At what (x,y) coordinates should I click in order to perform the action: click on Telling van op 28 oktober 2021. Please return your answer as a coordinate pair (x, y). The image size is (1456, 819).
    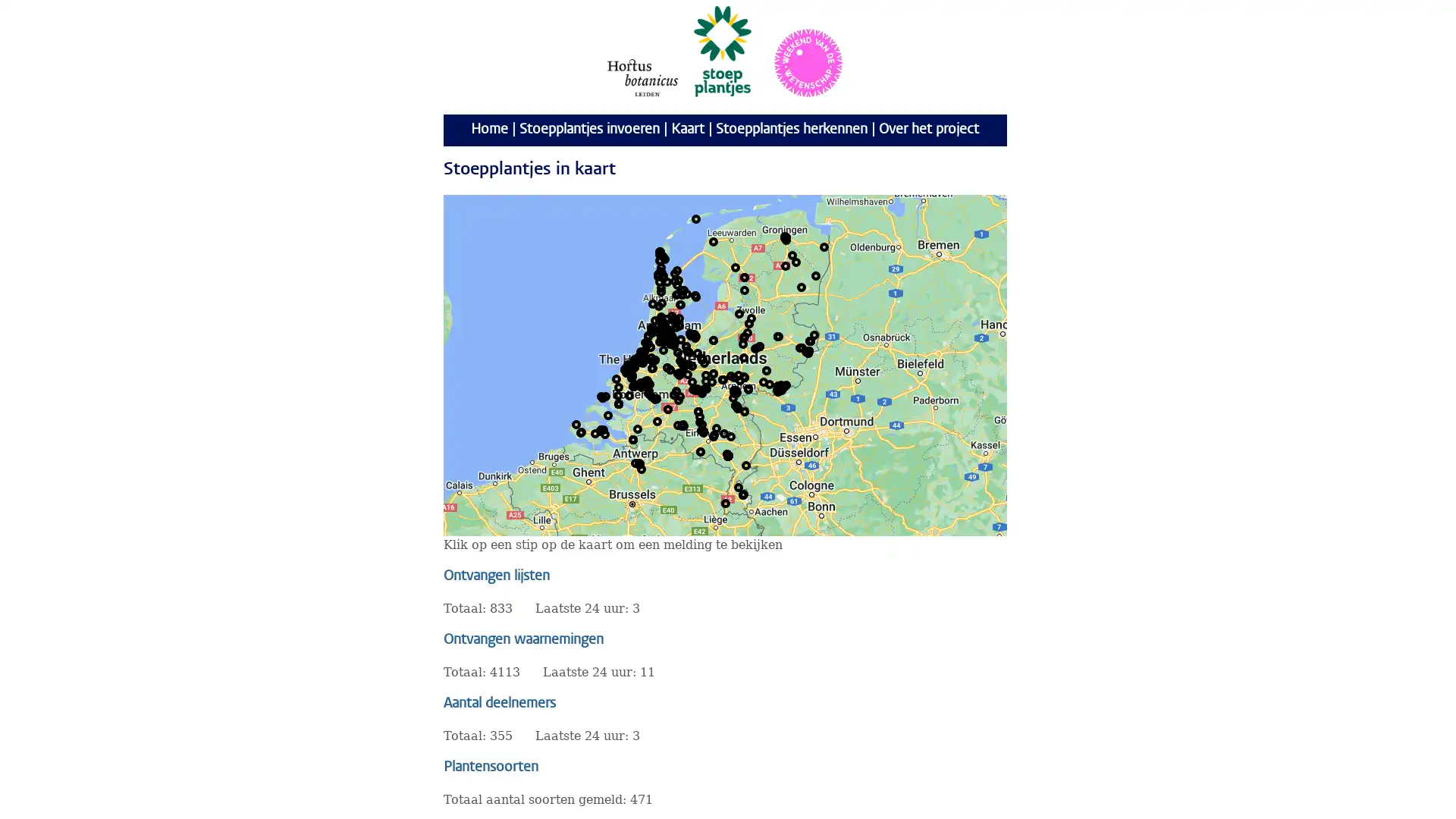
    Looking at the image, I should click on (639, 461).